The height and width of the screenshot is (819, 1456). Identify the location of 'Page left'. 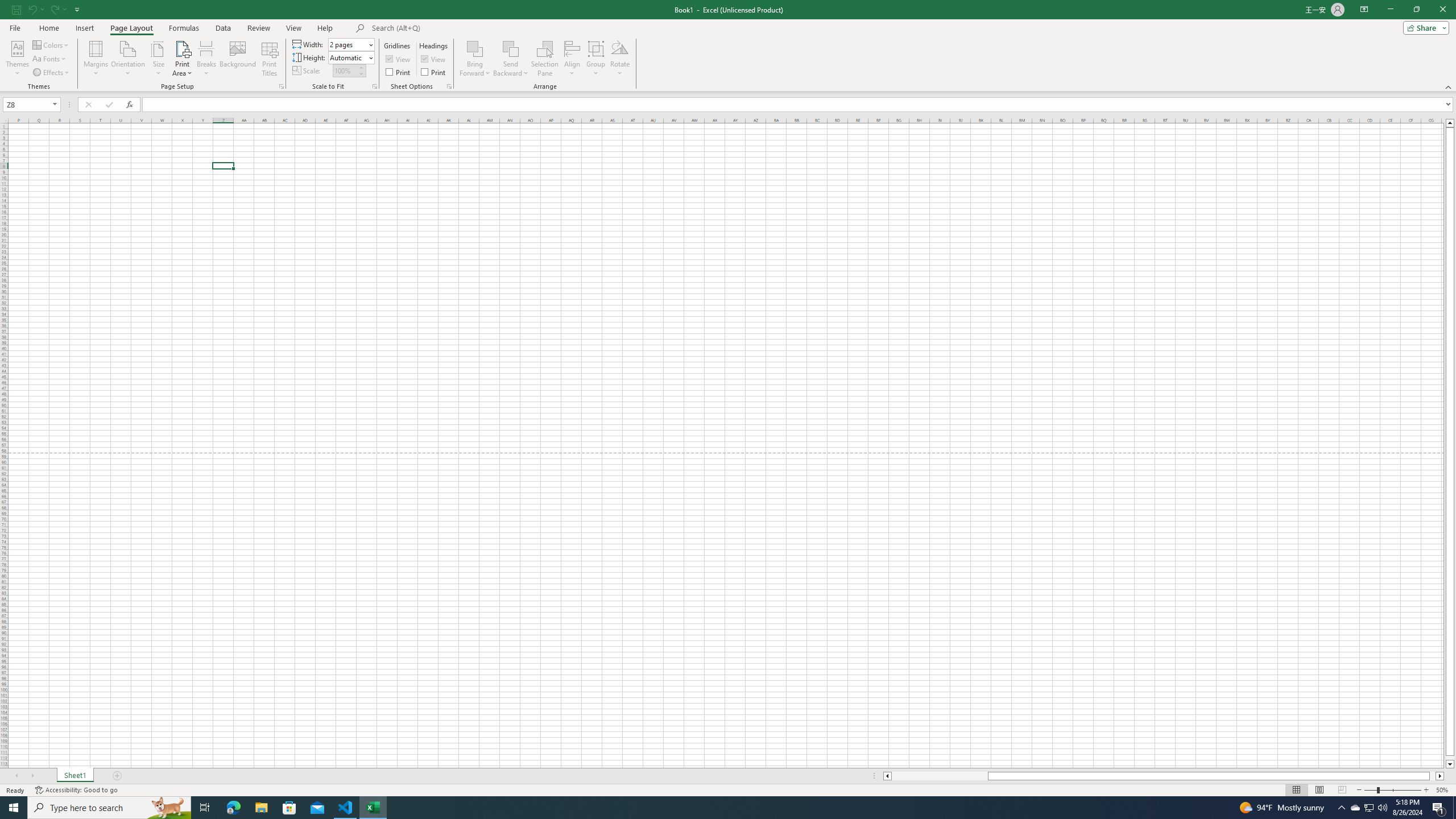
(939, 775).